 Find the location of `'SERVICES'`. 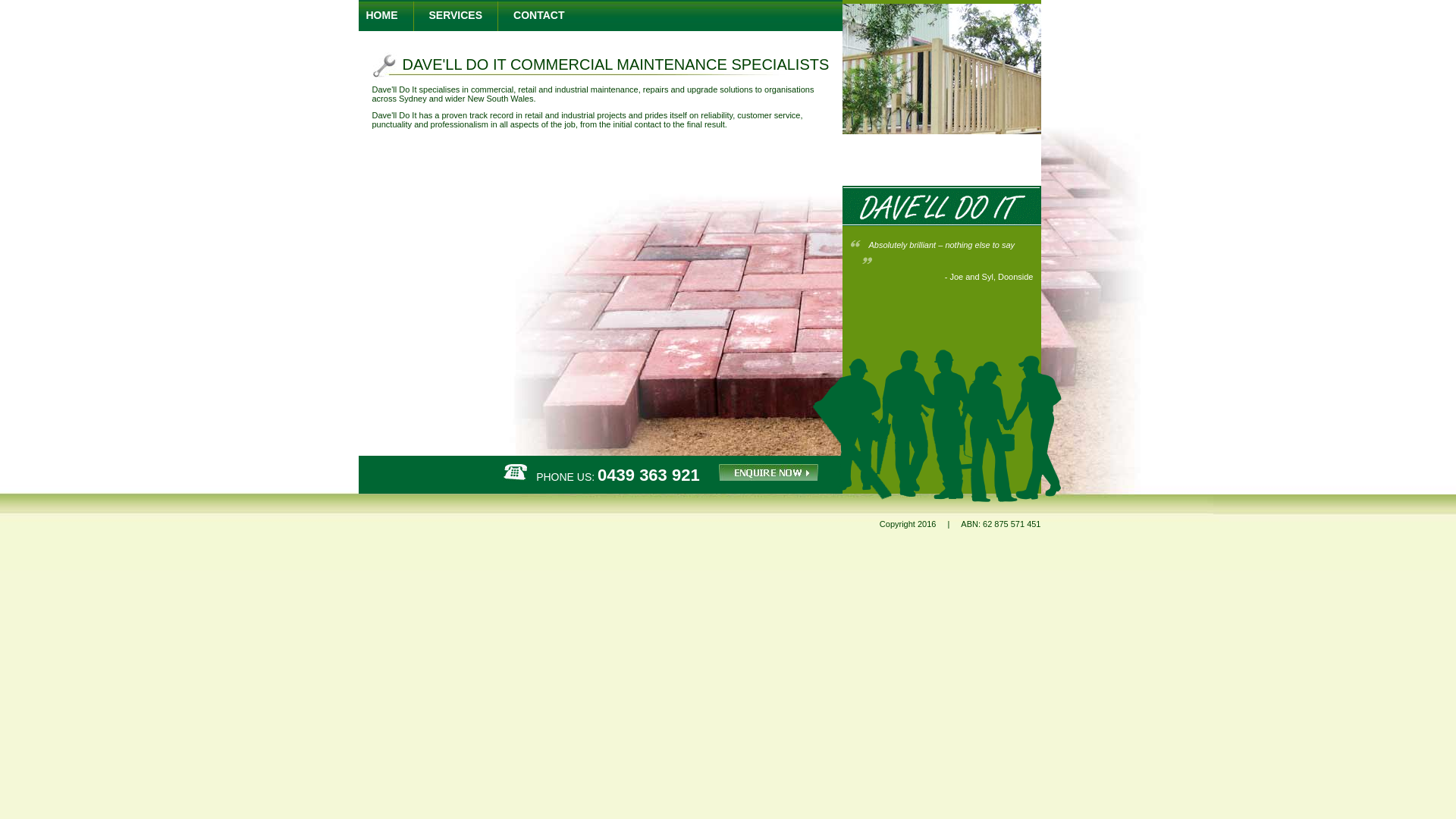

'SERVICES' is located at coordinates (428, 15).